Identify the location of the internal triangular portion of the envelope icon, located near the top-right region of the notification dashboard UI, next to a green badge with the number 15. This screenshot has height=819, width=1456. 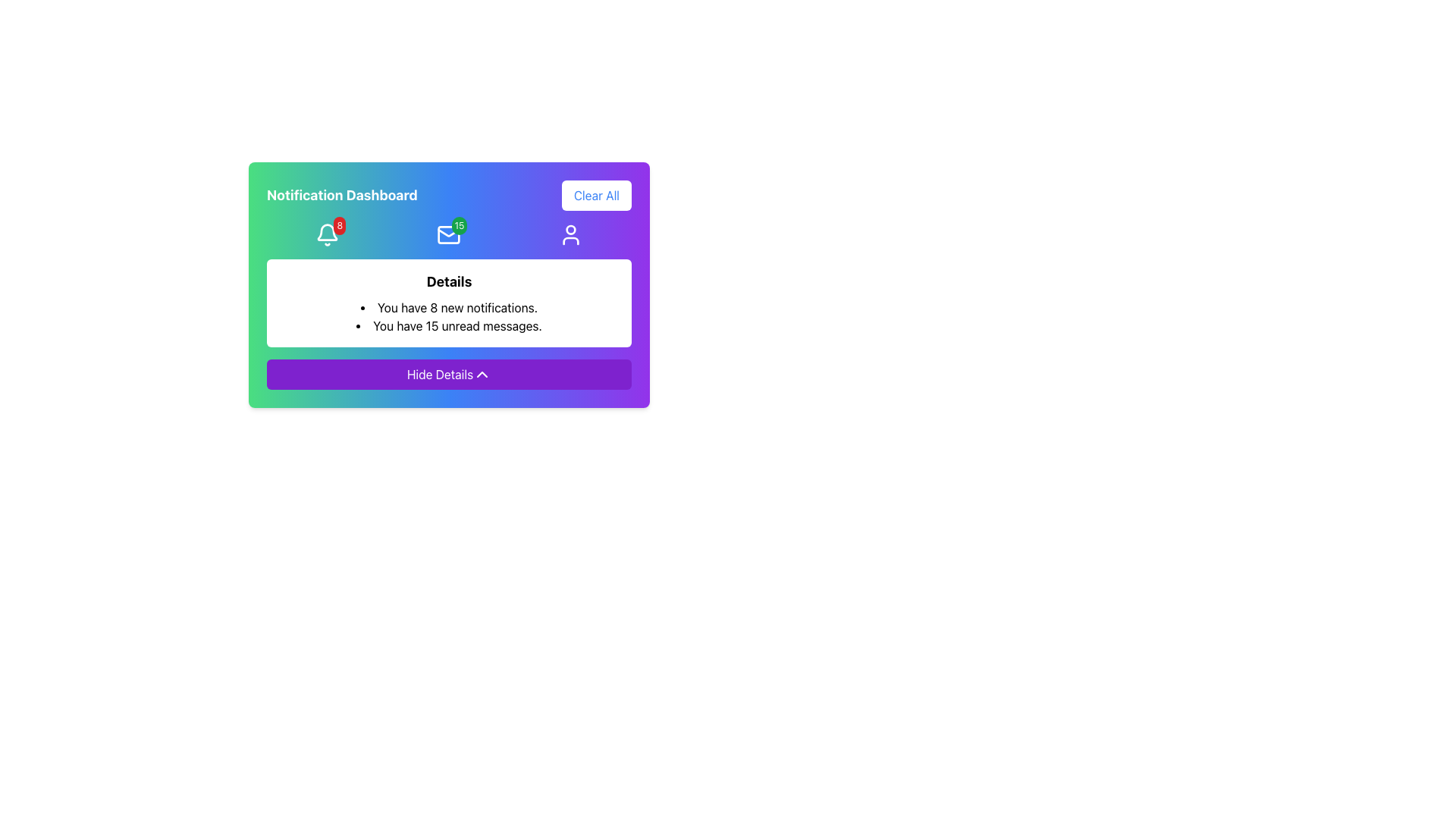
(448, 233).